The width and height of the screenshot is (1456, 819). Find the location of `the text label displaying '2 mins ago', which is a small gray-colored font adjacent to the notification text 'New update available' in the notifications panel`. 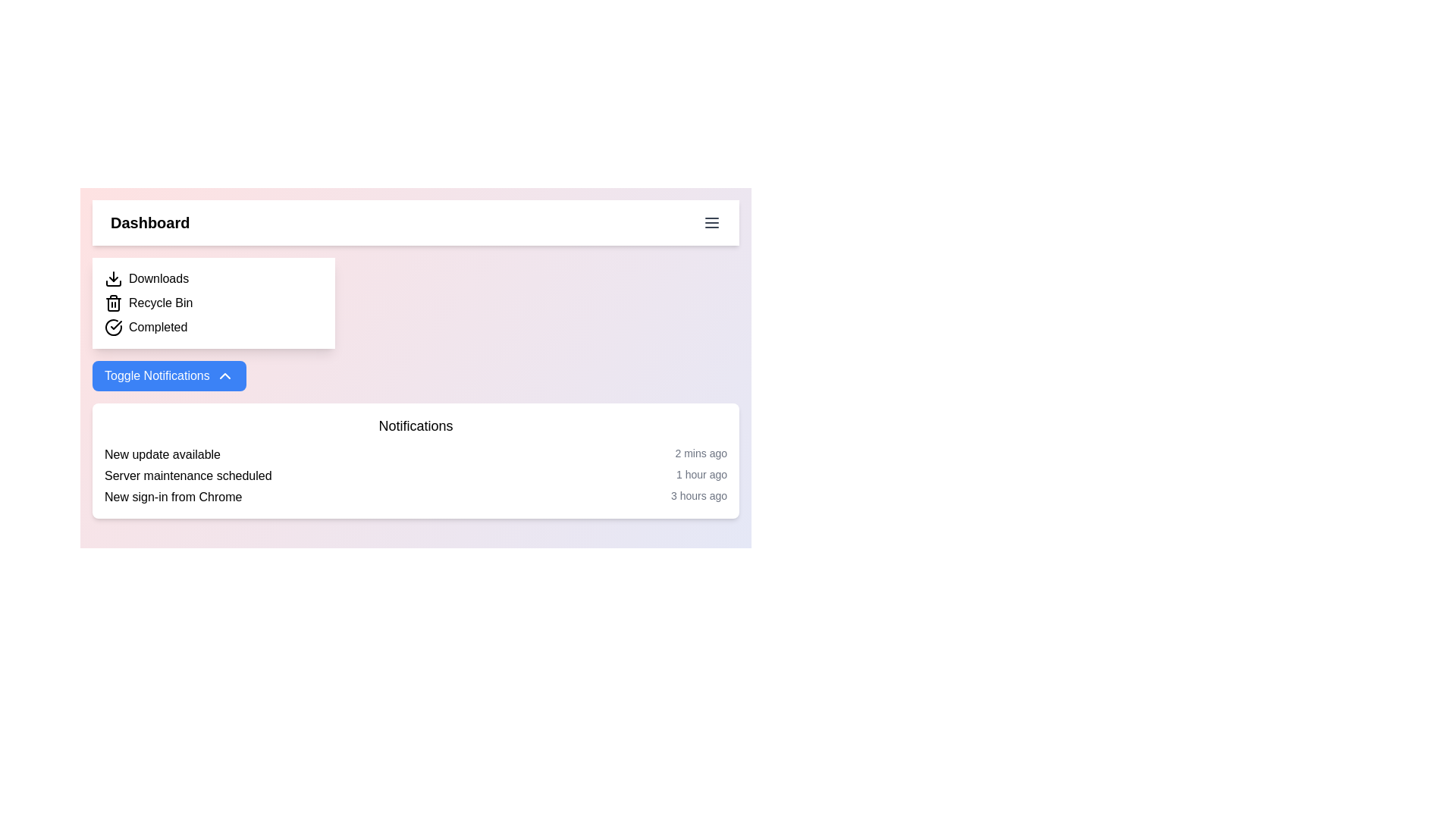

the text label displaying '2 mins ago', which is a small gray-colored font adjacent to the notification text 'New update available' in the notifications panel is located at coordinates (700, 454).